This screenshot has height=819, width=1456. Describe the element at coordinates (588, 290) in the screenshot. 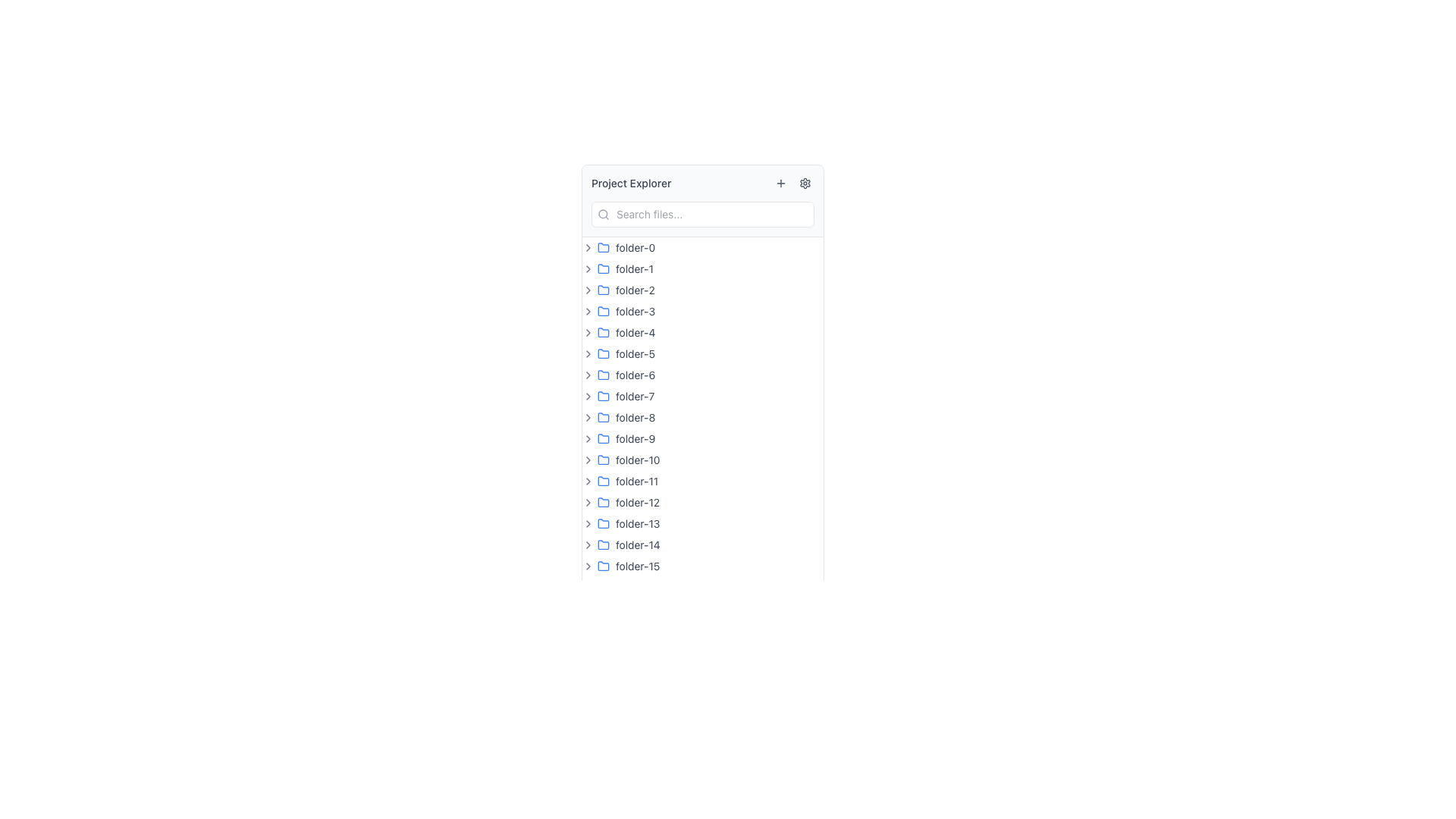

I see `the Chevron icon that toggles the contents of the 'folder-2' folder` at that location.